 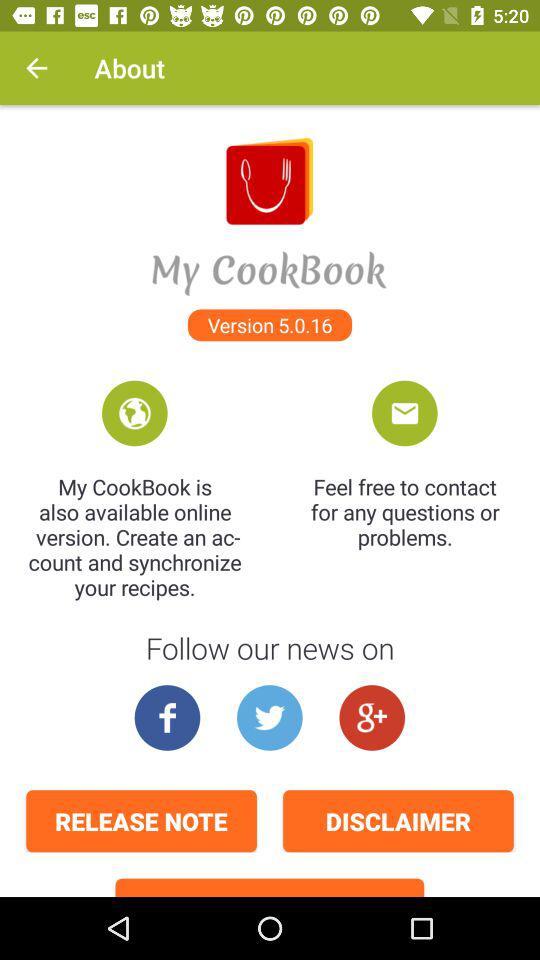 What do you see at coordinates (372, 717) in the screenshot?
I see `the follow icon` at bounding box center [372, 717].